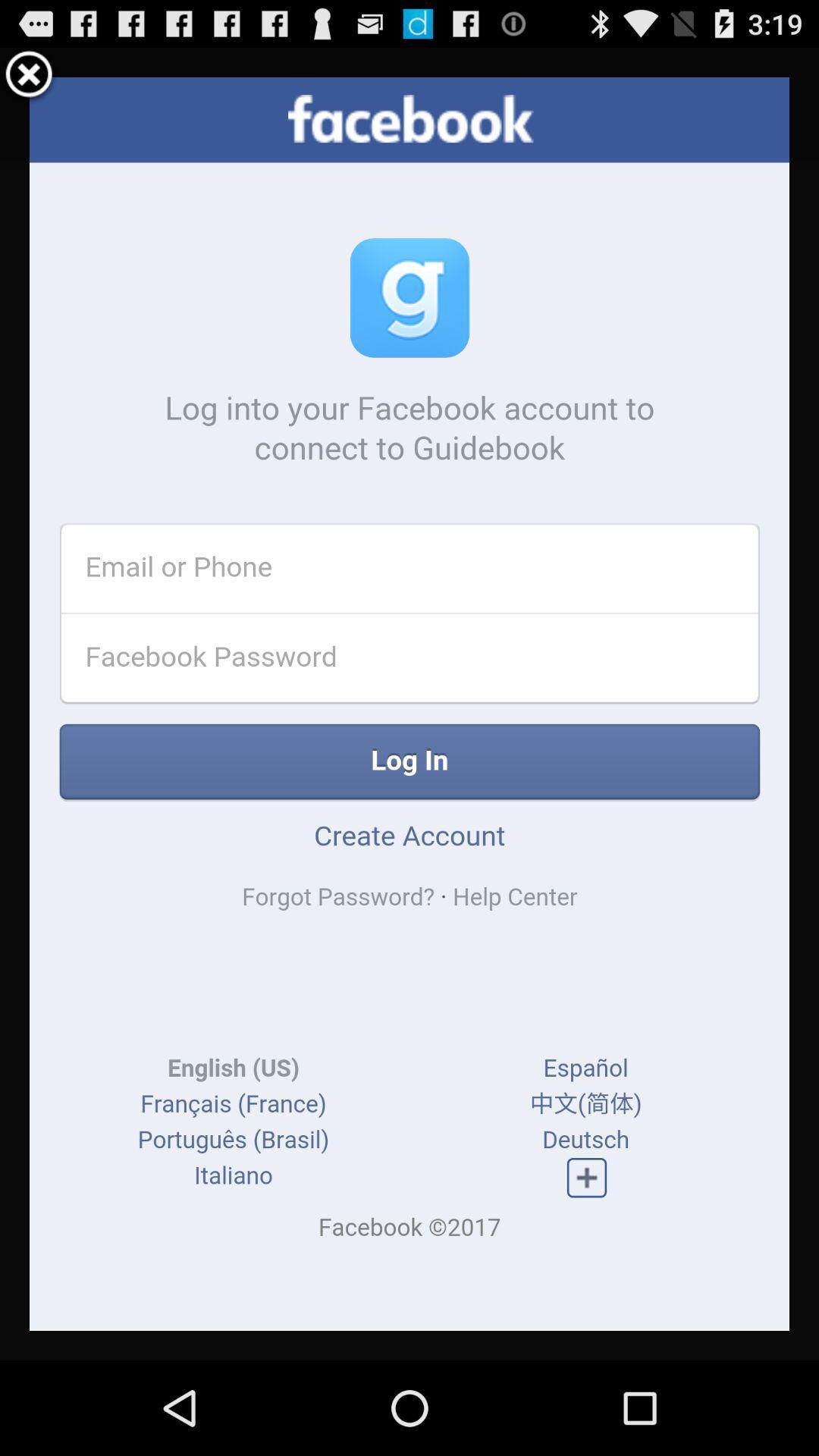 This screenshot has width=819, height=1456. I want to click on exit screen, so click(29, 76).